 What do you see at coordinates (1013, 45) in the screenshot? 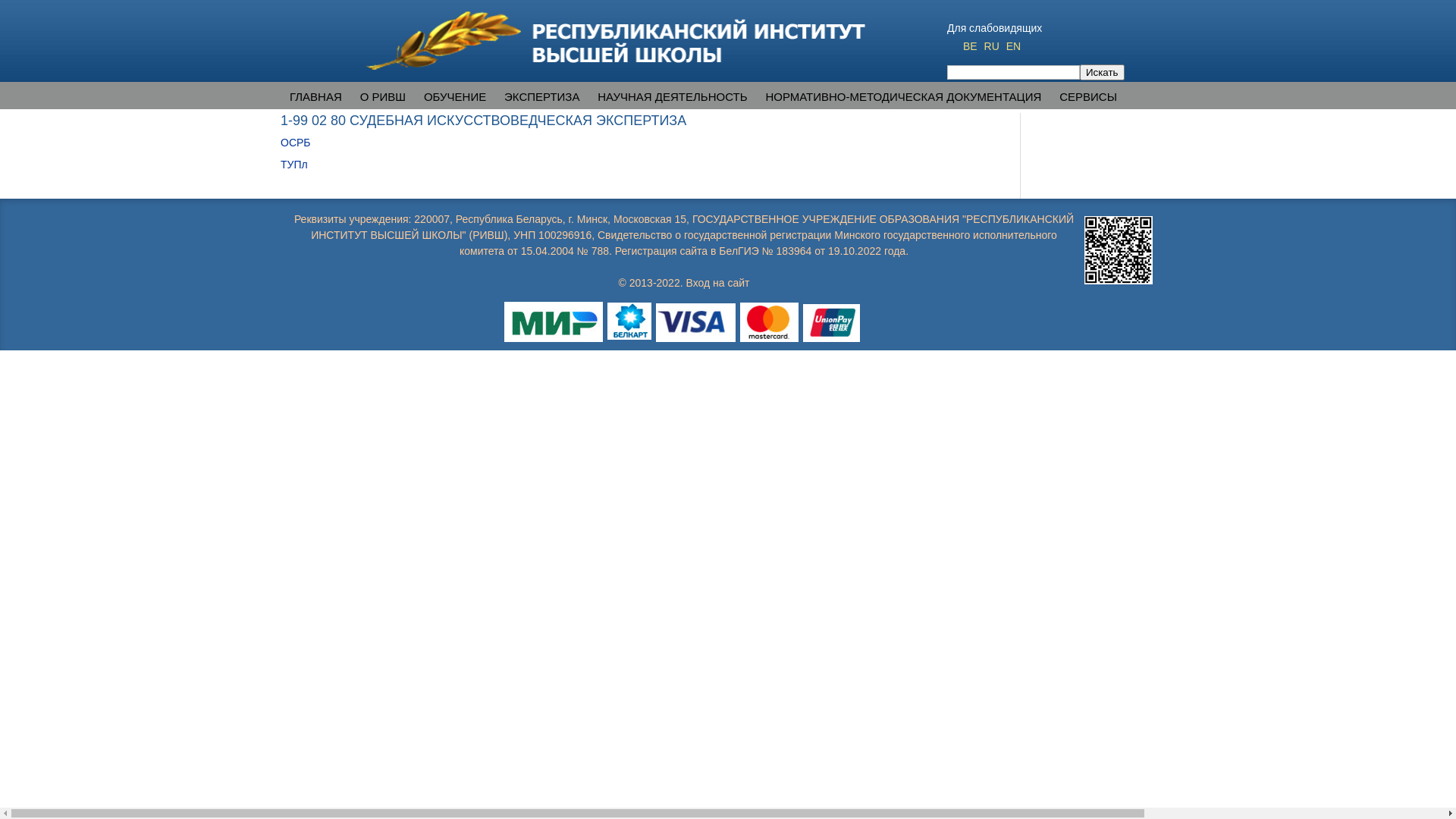
I see `'EN'` at bounding box center [1013, 45].